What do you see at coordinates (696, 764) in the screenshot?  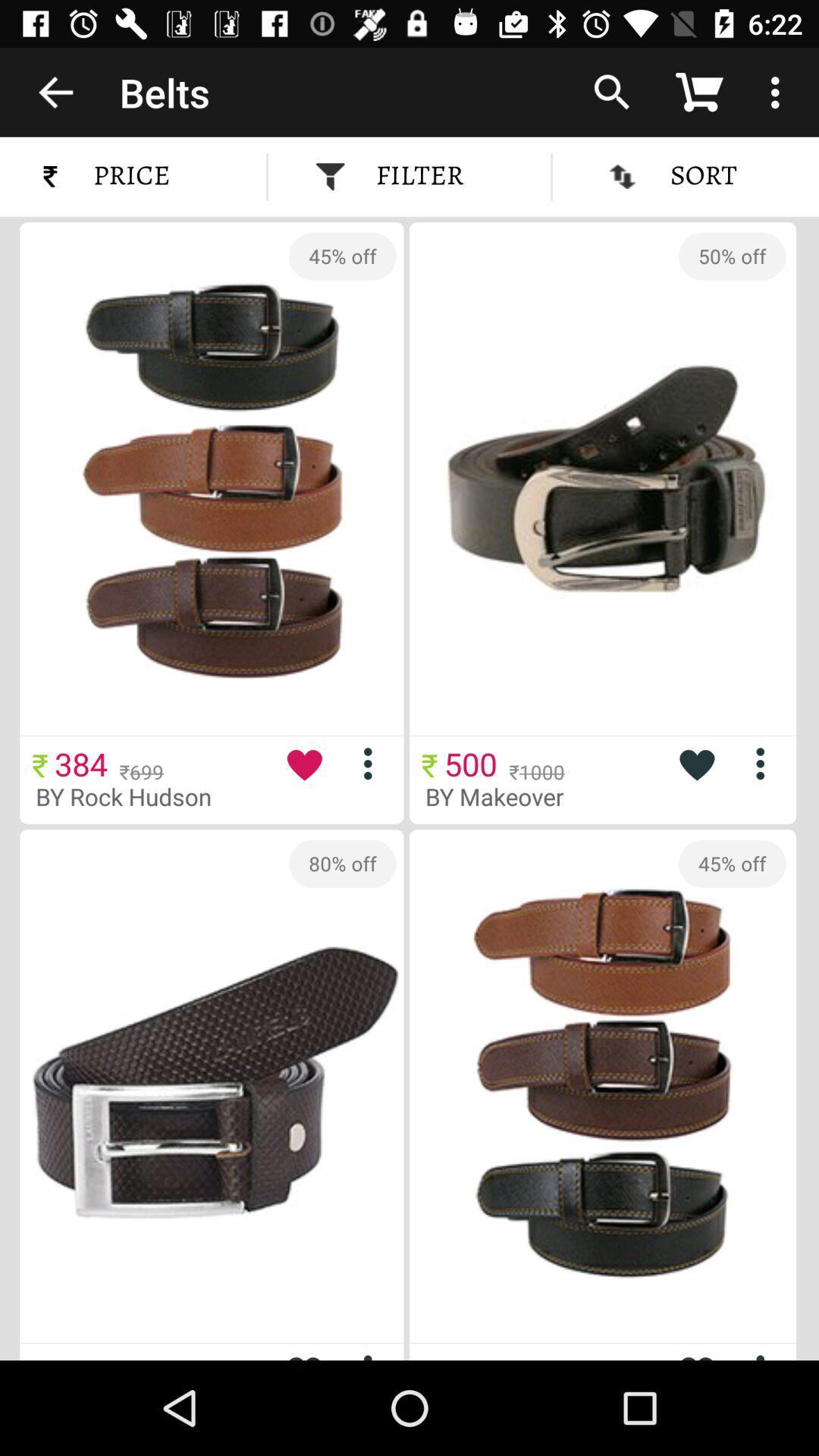 I see `hreat` at bounding box center [696, 764].